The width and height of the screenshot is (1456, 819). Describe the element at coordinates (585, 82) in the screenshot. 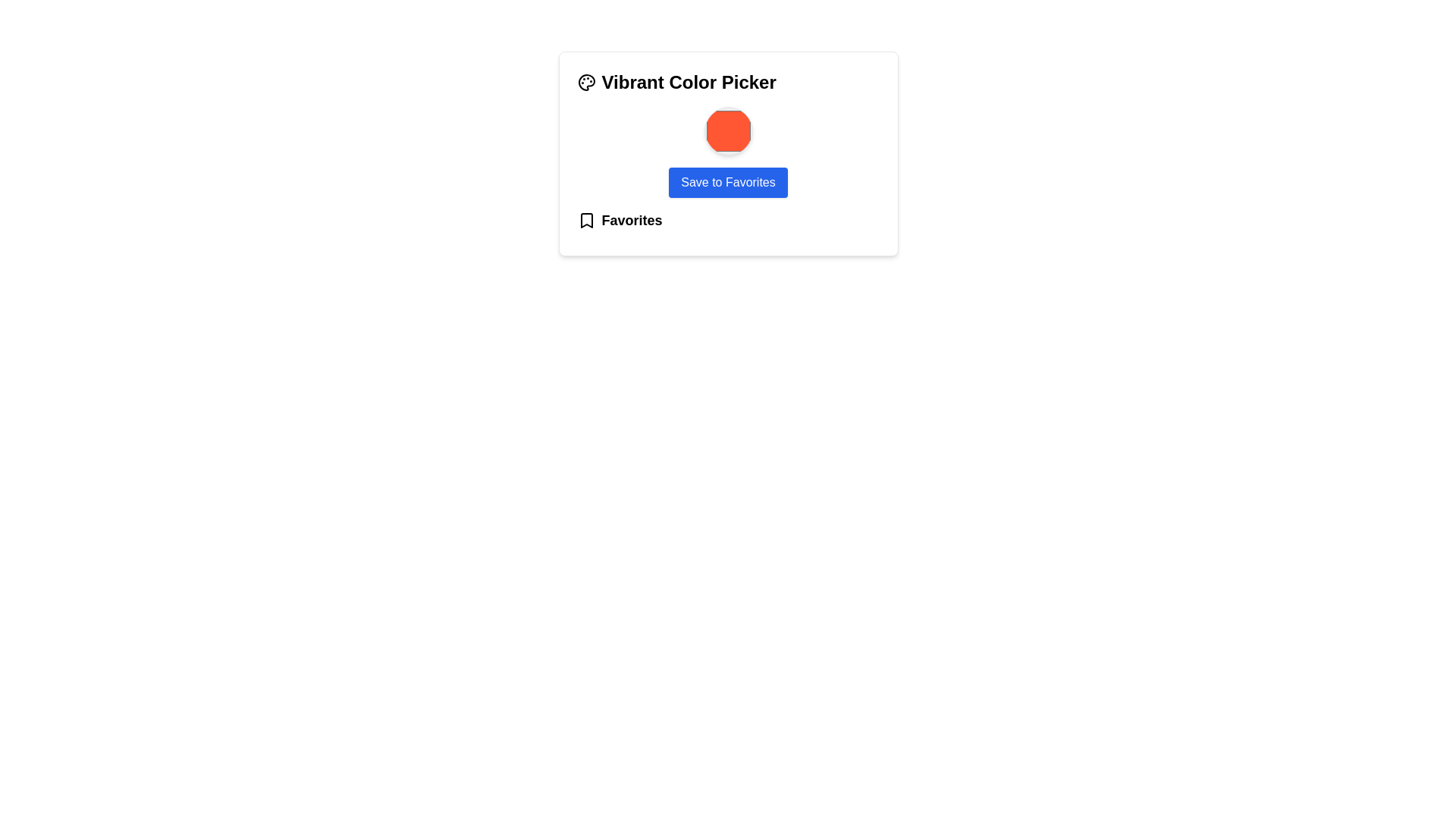

I see `the small painter's palette icon located to the left of the 'Vibrant Color Picker' text` at that location.